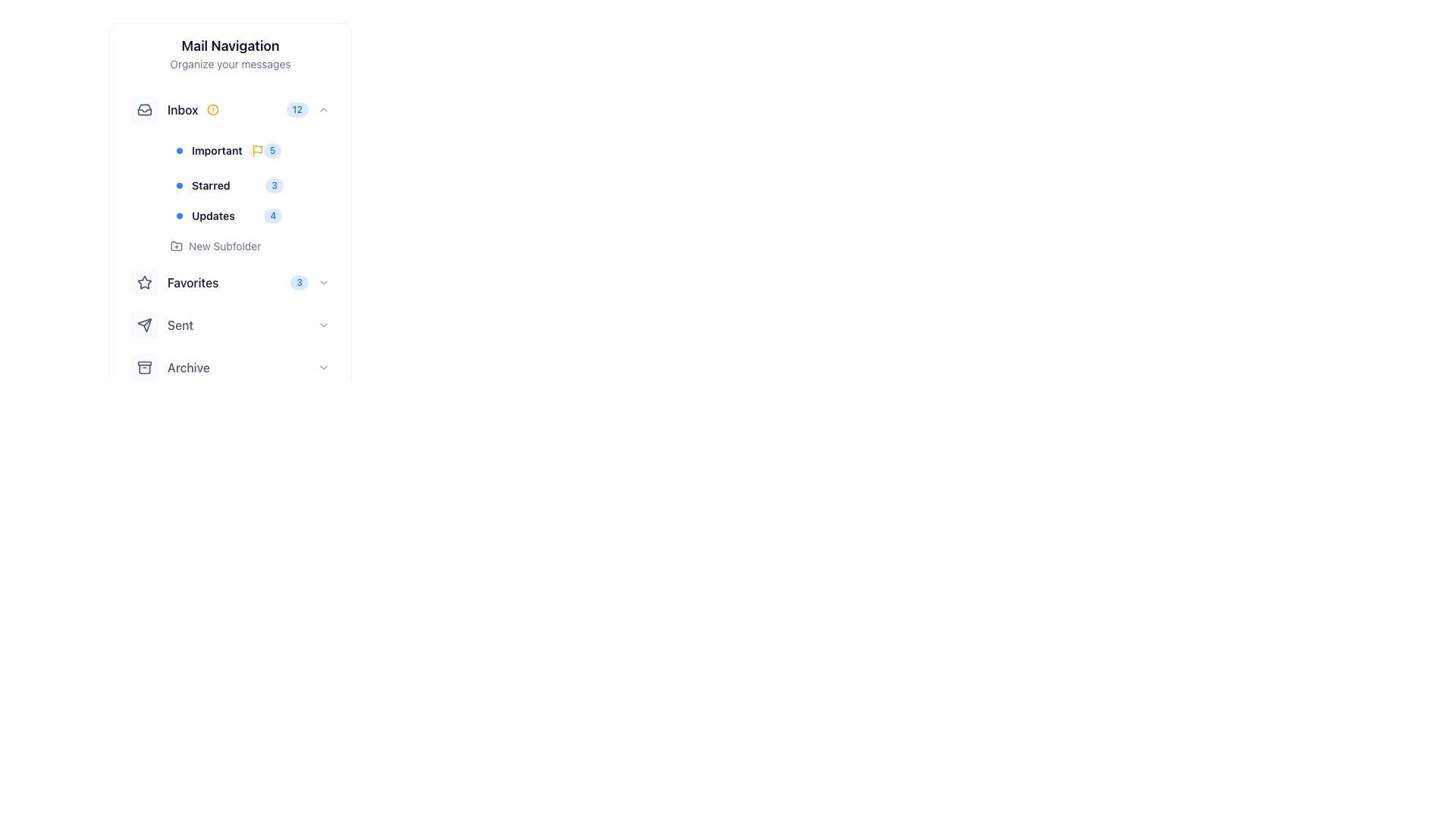  What do you see at coordinates (229, 109) in the screenshot?
I see `the 'Inbox' button in the Mail Navigation vertical list` at bounding box center [229, 109].